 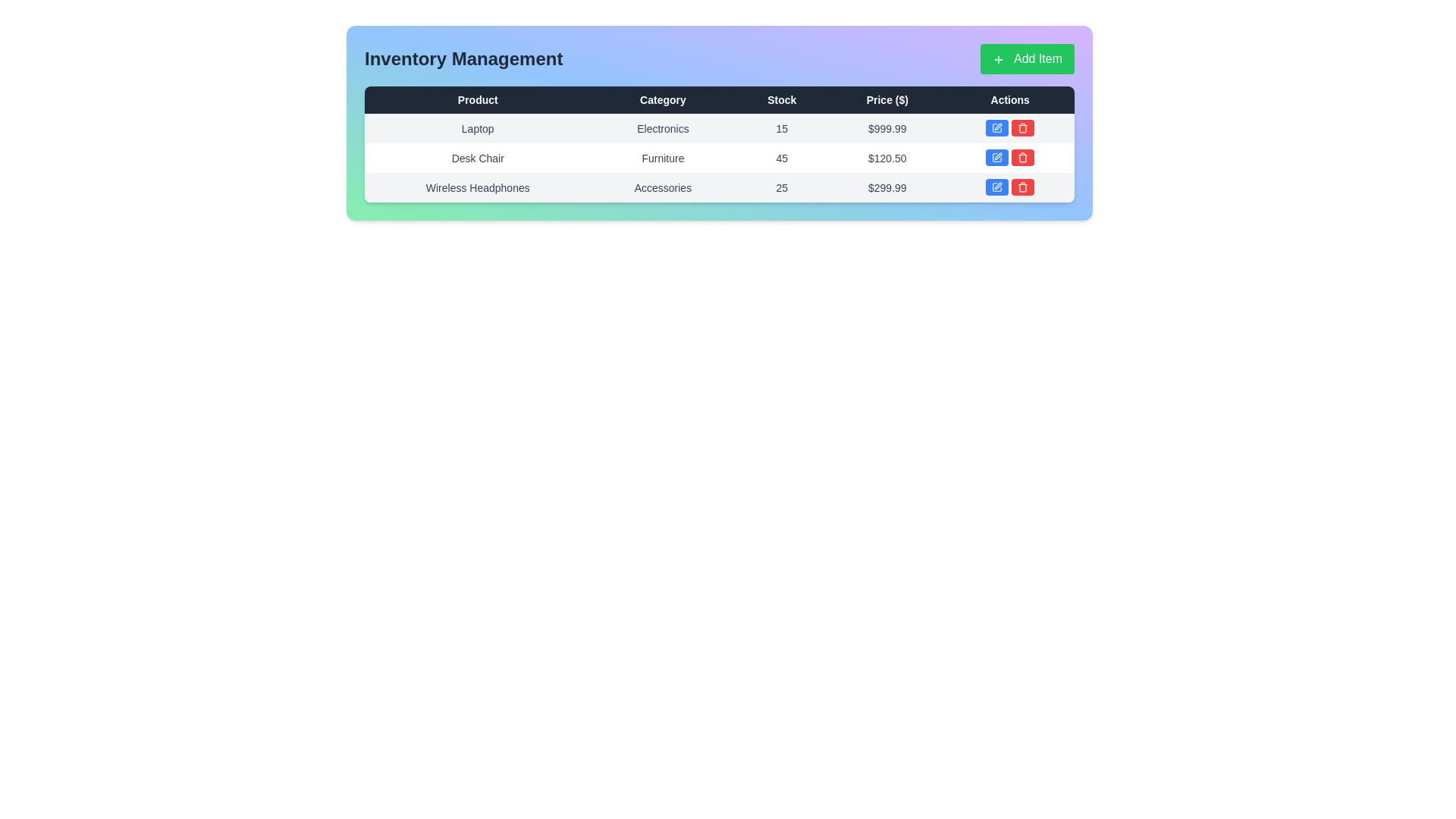 I want to click on the 'Laptop' text label located in the 'Product' column of the inventory management system table, which is positioned in the second row and is the leftmost element of that row, so click(x=477, y=127).